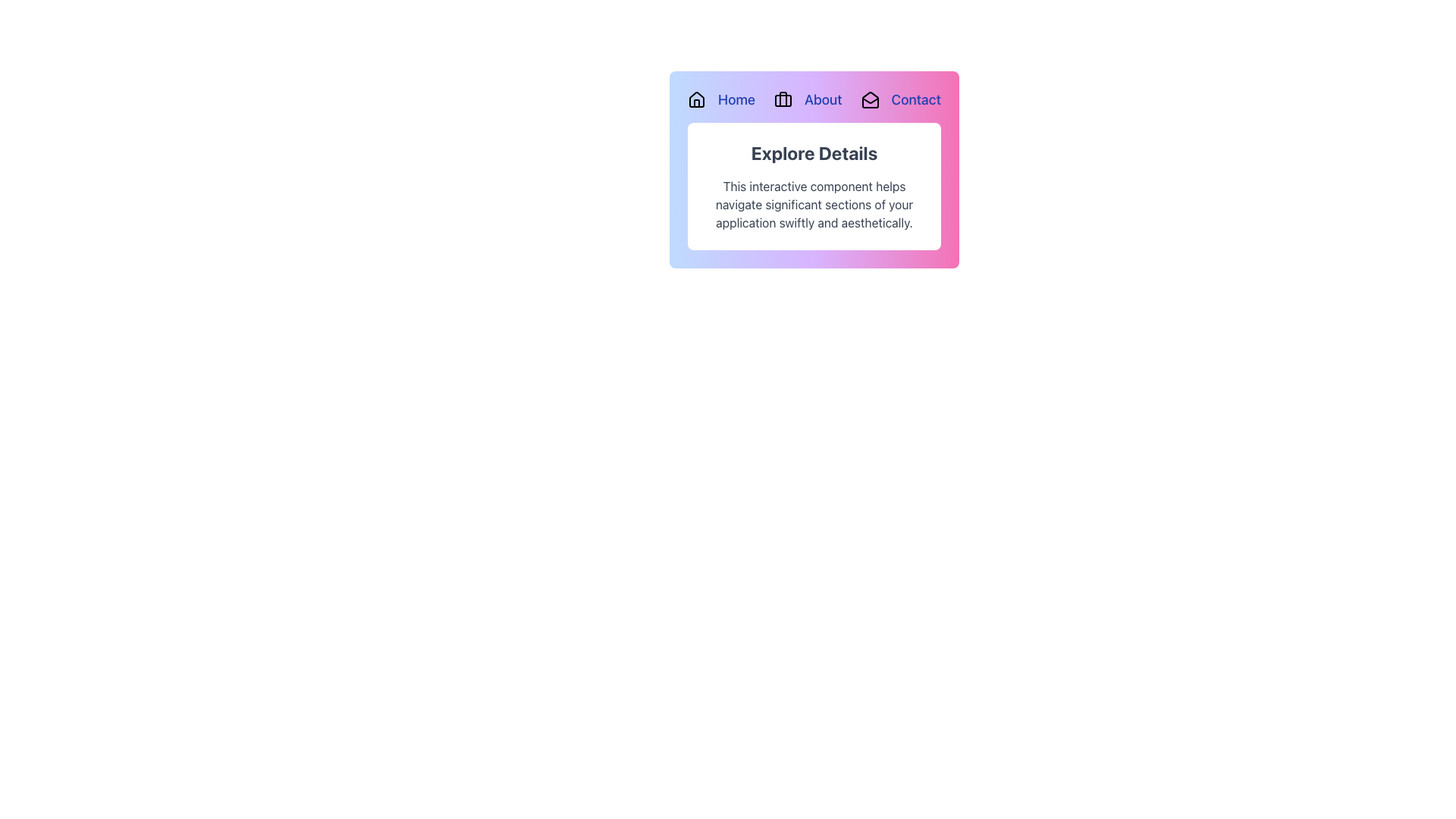  What do you see at coordinates (807, 99) in the screenshot?
I see `the hyperlink with icon that navigates to the 'About' section, located as the second item in the horizontal navigation bar near the top center of the interface` at bounding box center [807, 99].